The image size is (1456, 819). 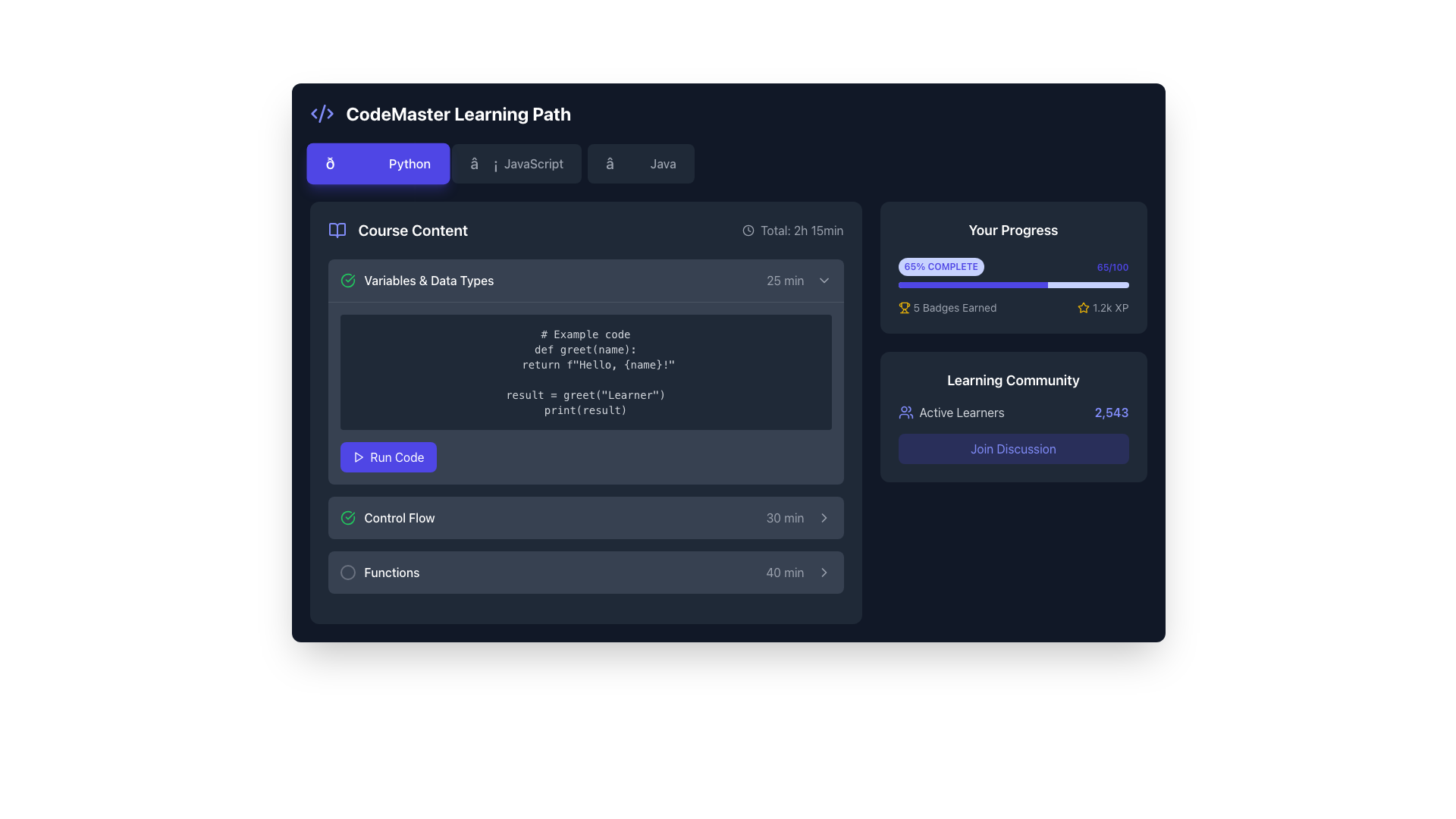 What do you see at coordinates (946, 307) in the screenshot?
I see `the Text with icon display that indicates the number of badges earned by the user, located in the 'Your Progress' section, to the left of the '1.2k XP' text` at bounding box center [946, 307].